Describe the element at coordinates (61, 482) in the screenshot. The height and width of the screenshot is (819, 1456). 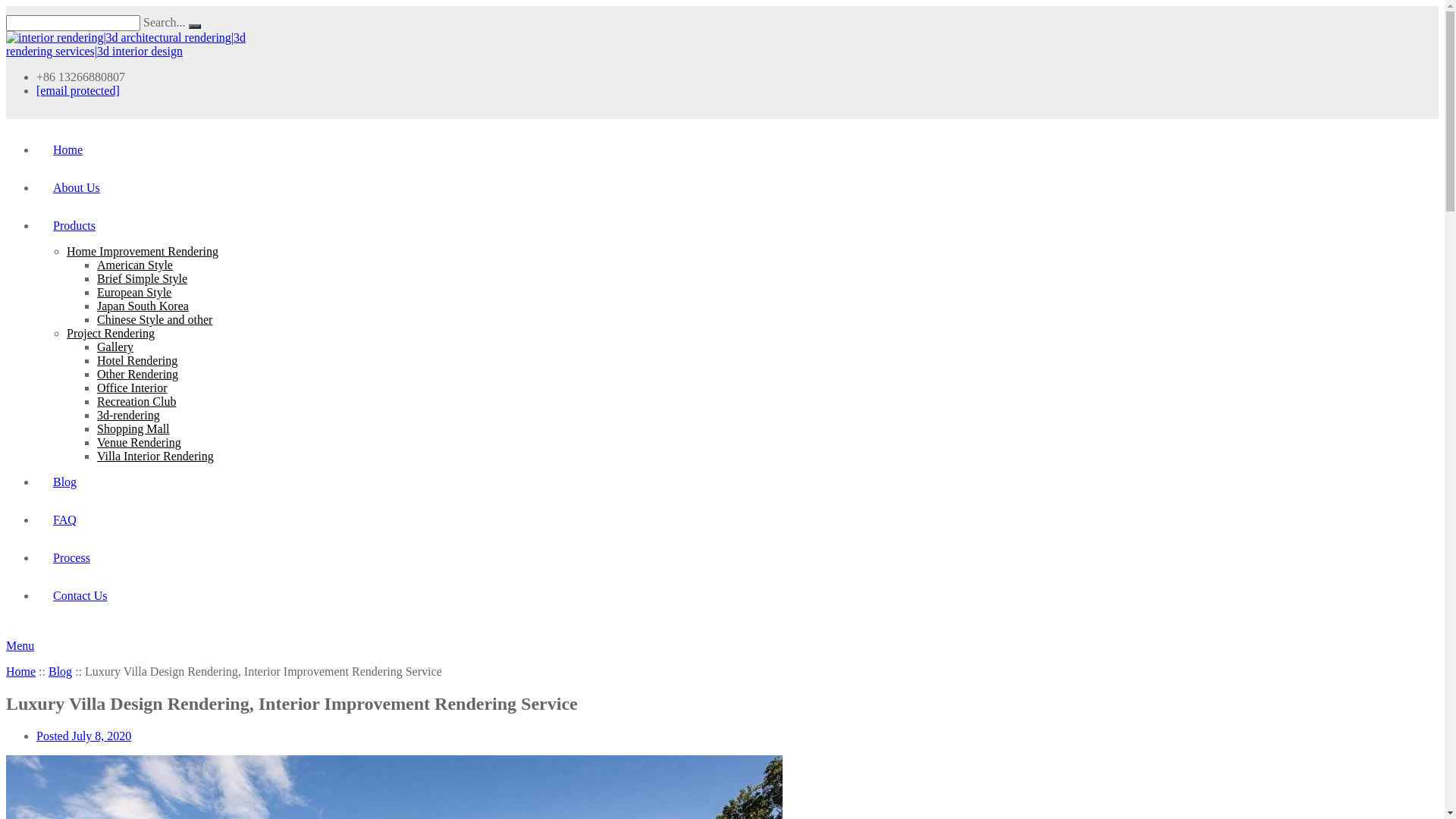
I see `'Blog'` at that location.